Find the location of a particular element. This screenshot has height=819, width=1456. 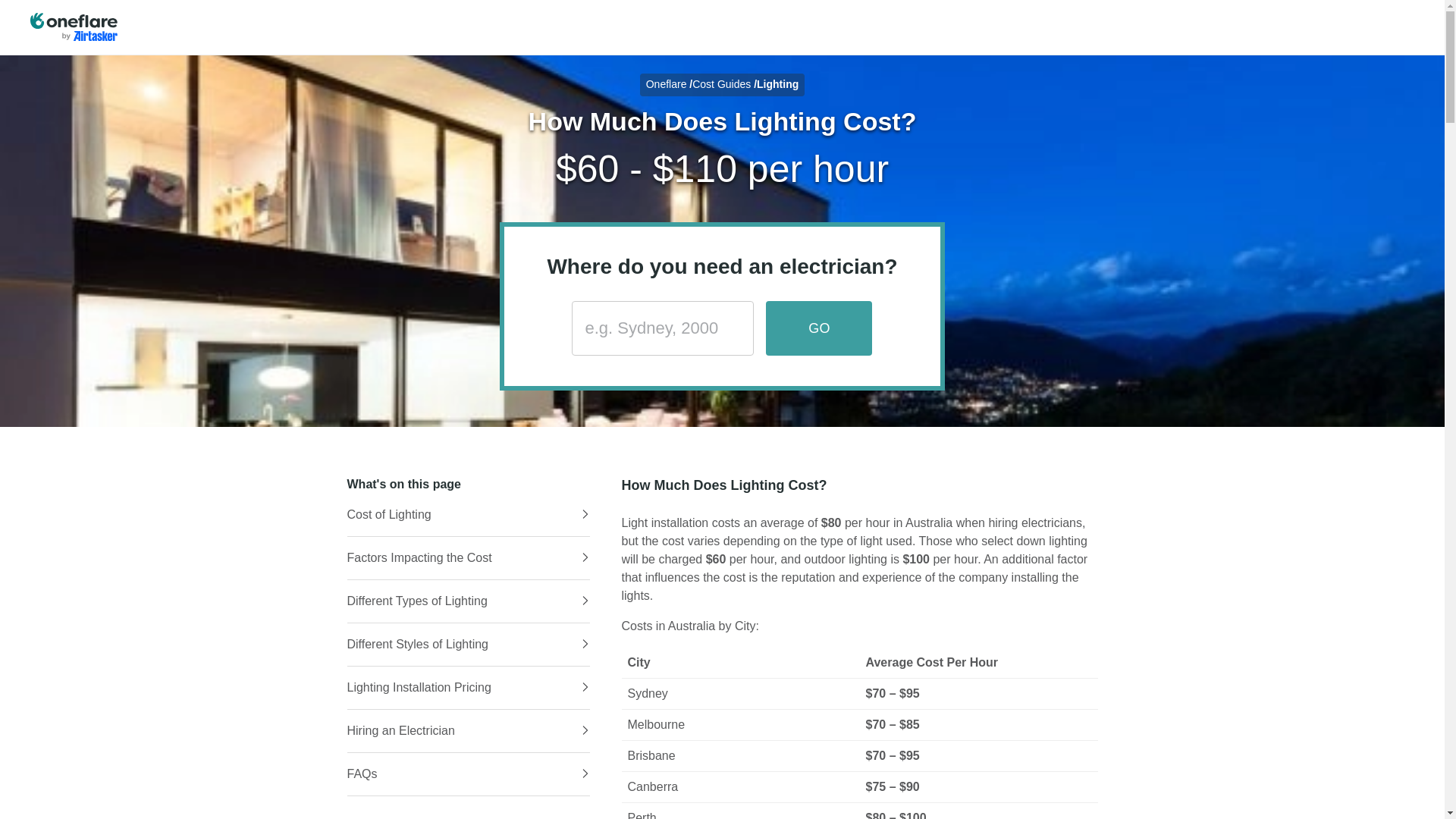

'Cost Guides' is located at coordinates (720, 84).